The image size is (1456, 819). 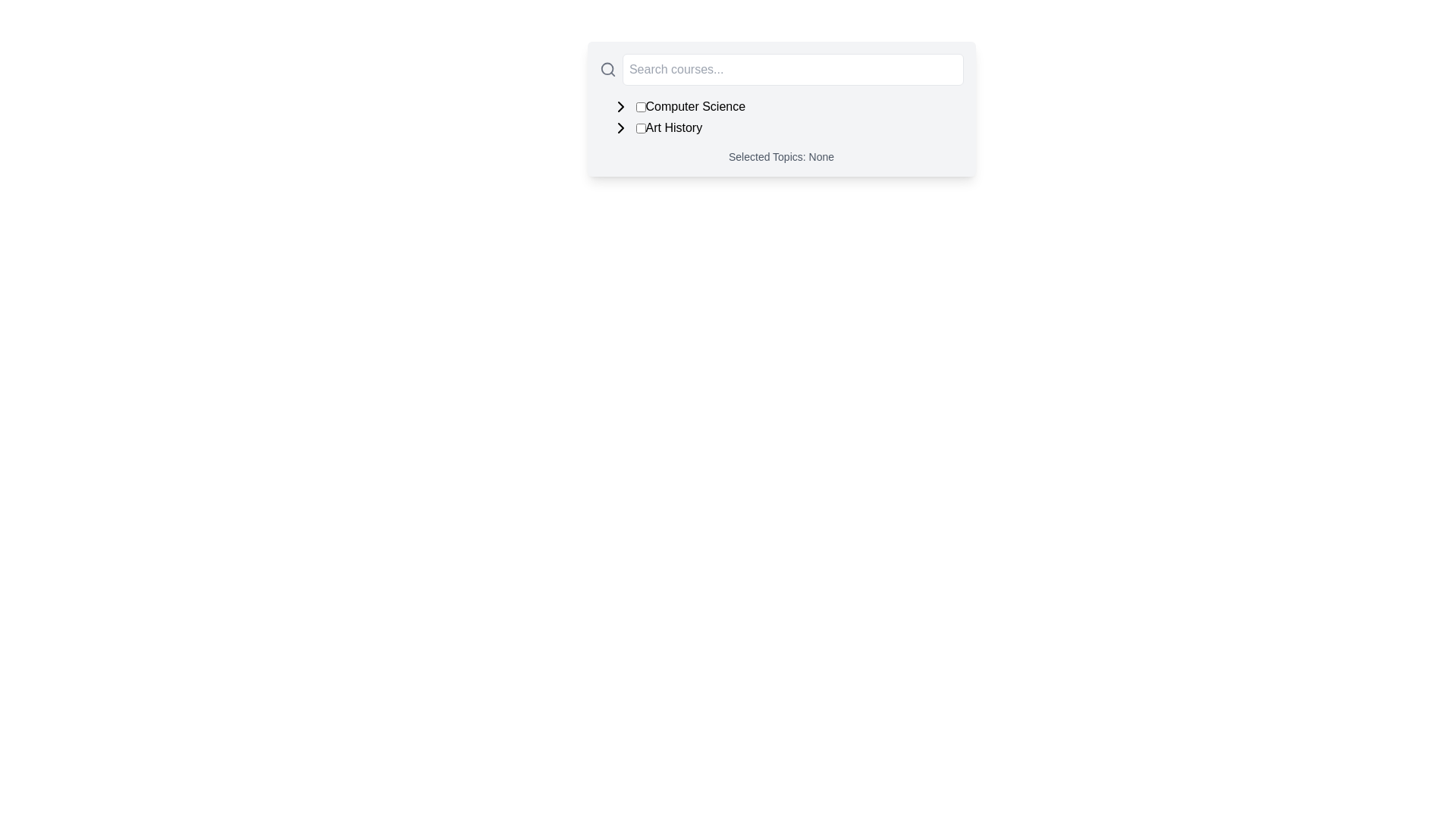 What do you see at coordinates (607, 70) in the screenshot?
I see `the search icon, which is a magnifying glass with a circular lens and an extended handle, located at the leftmost segment of the layout near the text input field labeled 'Search courses...'` at bounding box center [607, 70].